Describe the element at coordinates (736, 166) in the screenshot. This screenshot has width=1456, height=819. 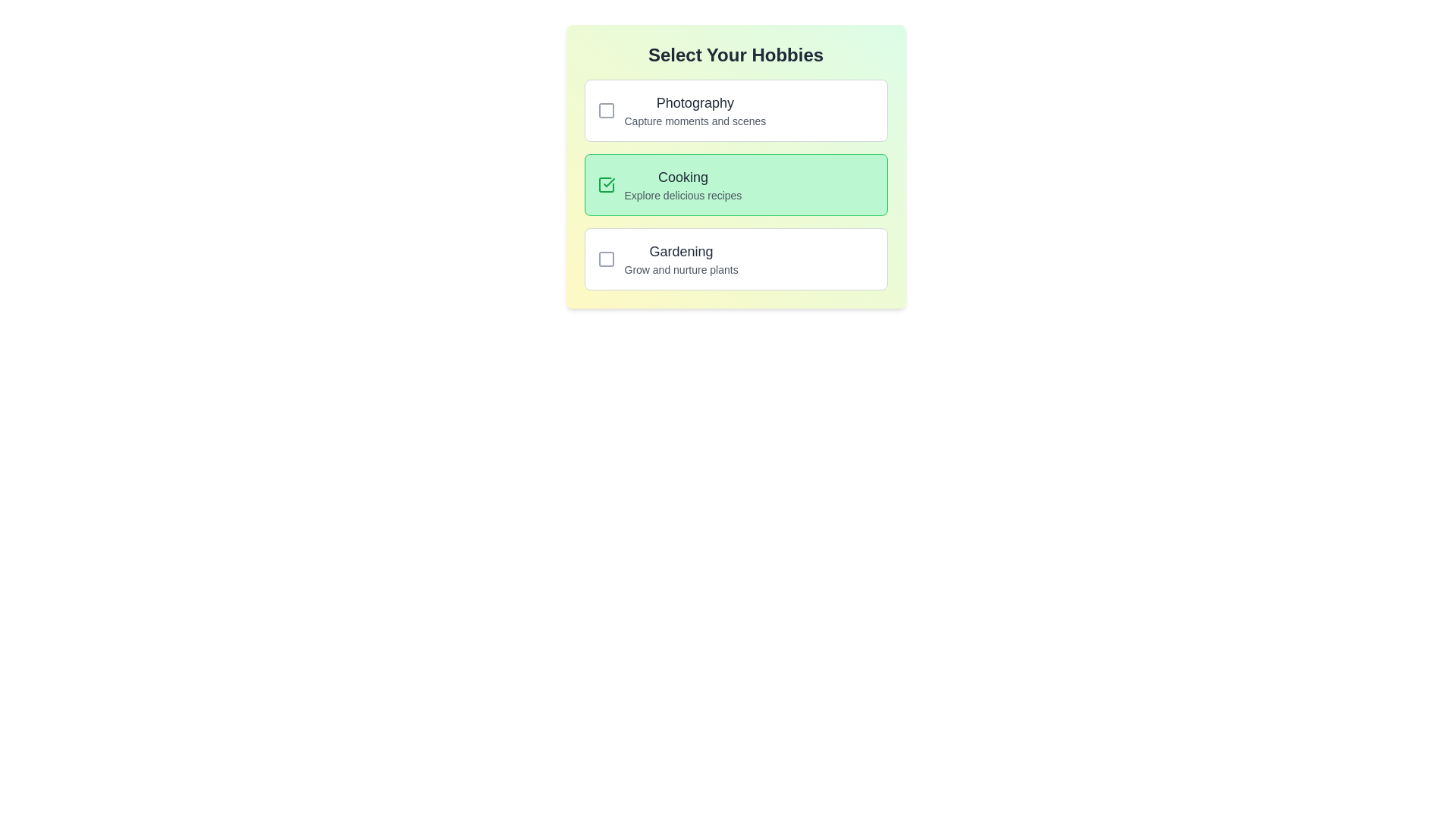
I see `the checkbox labeled 'Cooking'` at that location.